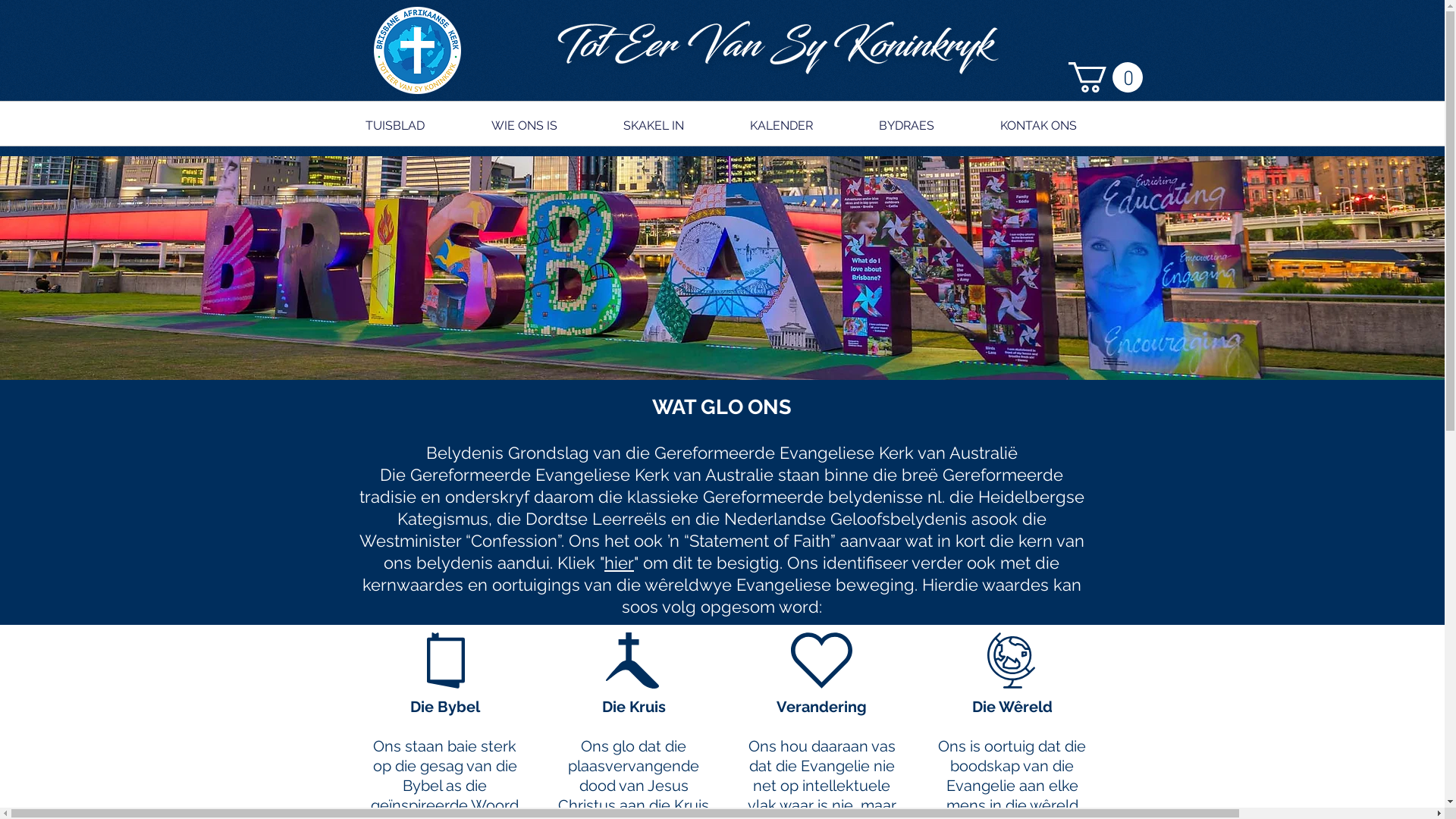  Describe the element at coordinates (906, 118) in the screenshot. I see `'BYDRAES'` at that location.